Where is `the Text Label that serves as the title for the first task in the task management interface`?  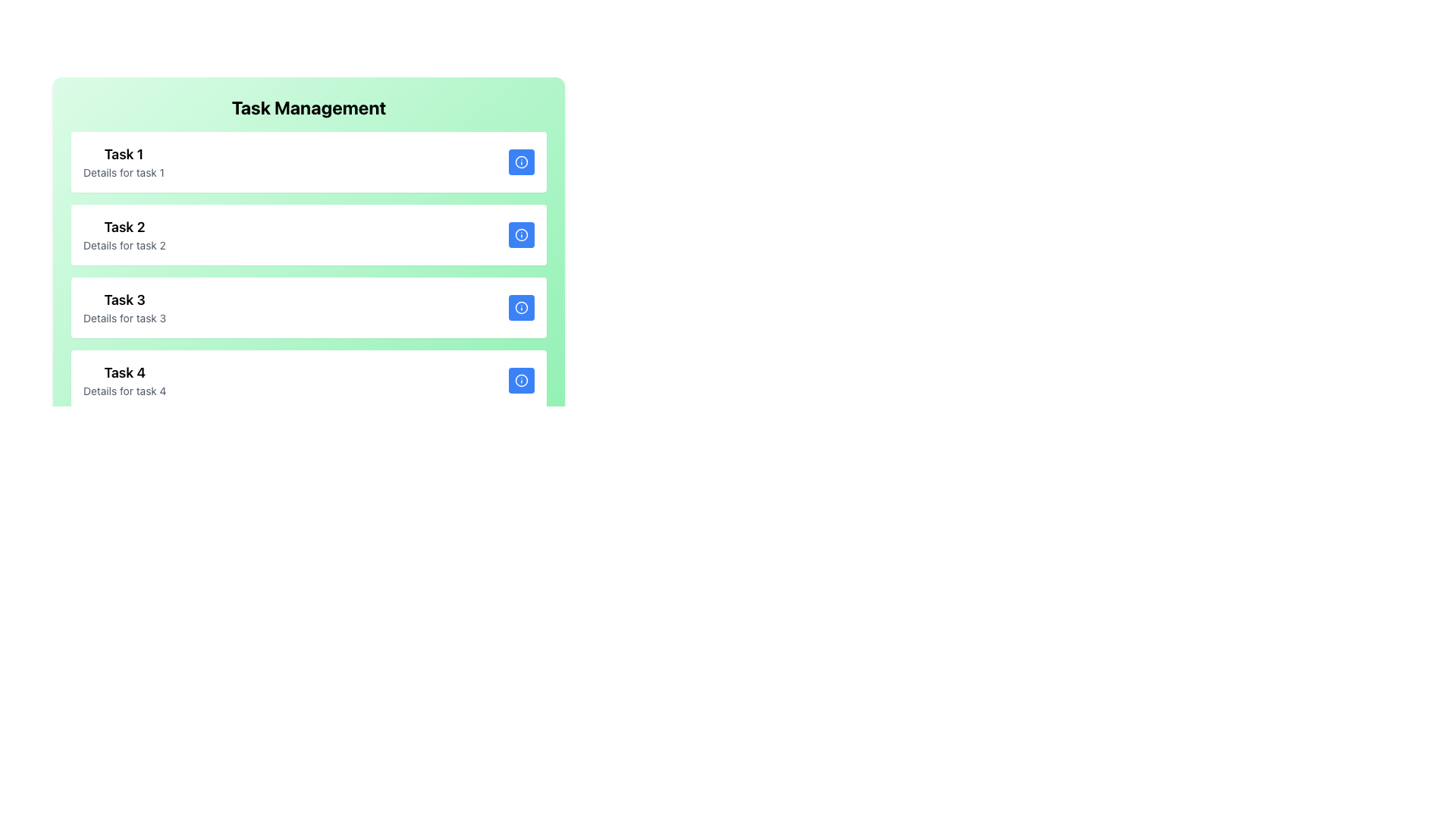 the Text Label that serves as the title for the first task in the task management interface is located at coordinates (124, 155).